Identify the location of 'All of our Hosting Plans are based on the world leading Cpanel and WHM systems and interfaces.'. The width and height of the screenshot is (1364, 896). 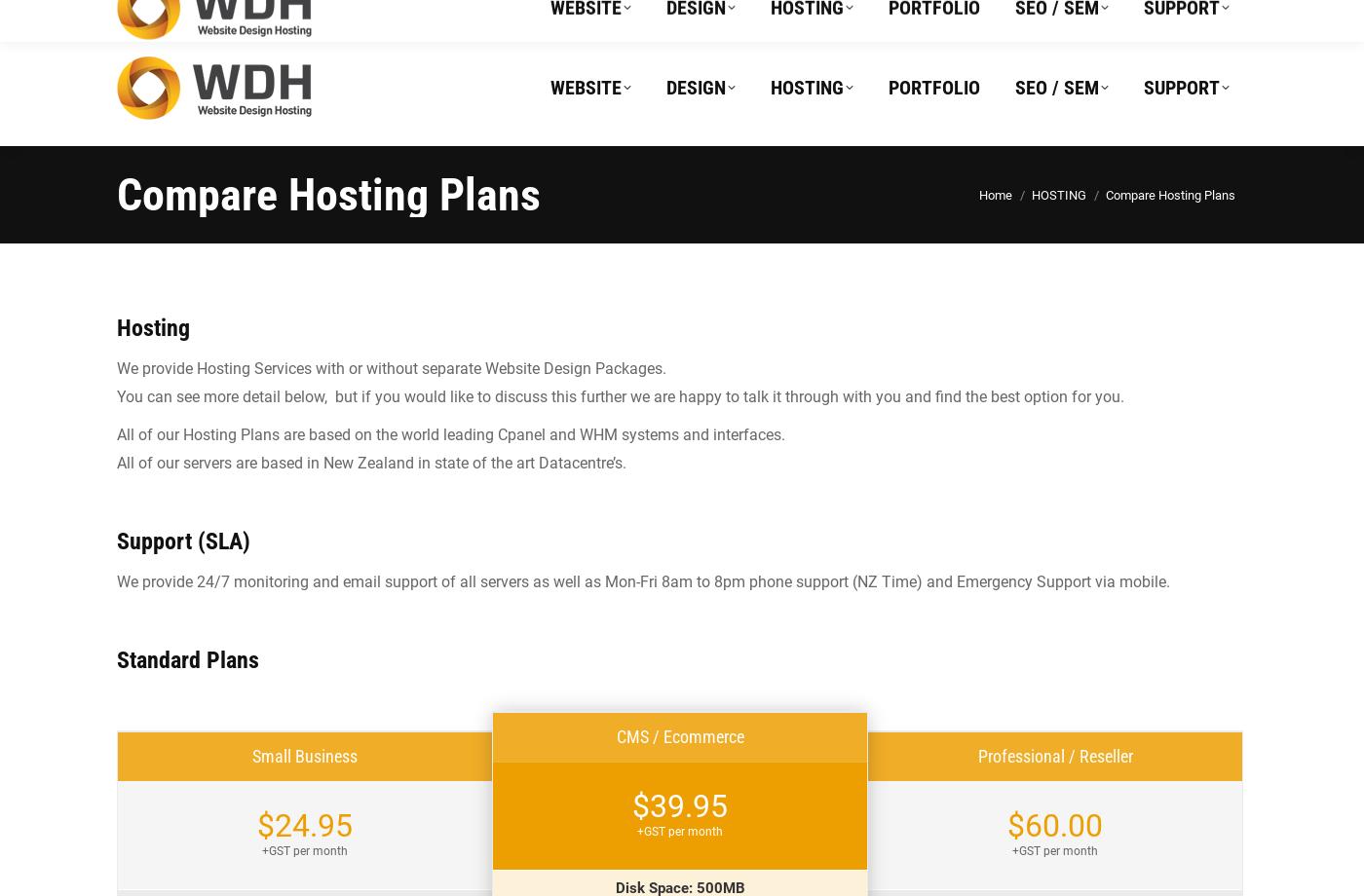
(450, 433).